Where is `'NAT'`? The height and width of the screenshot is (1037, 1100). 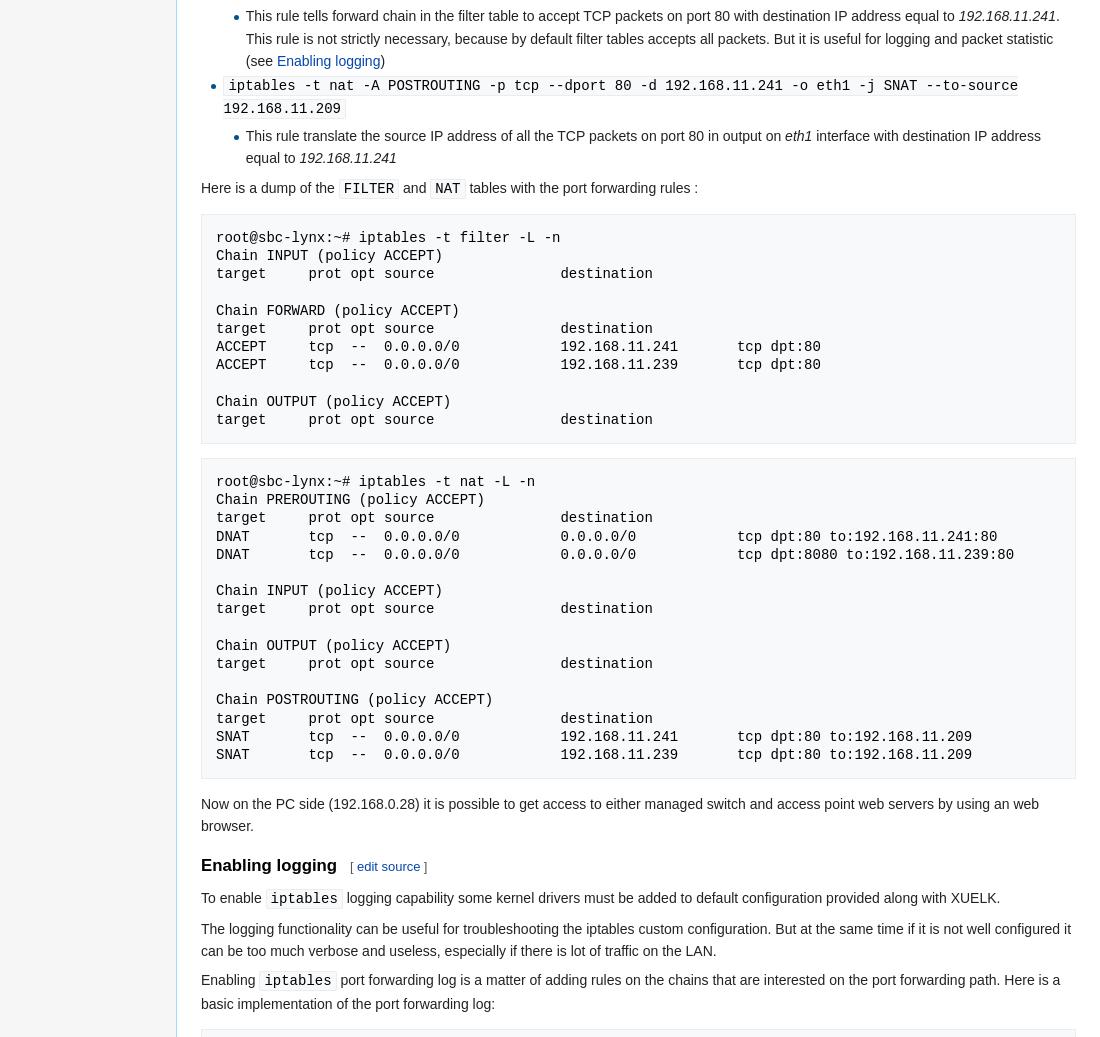
'NAT' is located at coordinates (434, 187).